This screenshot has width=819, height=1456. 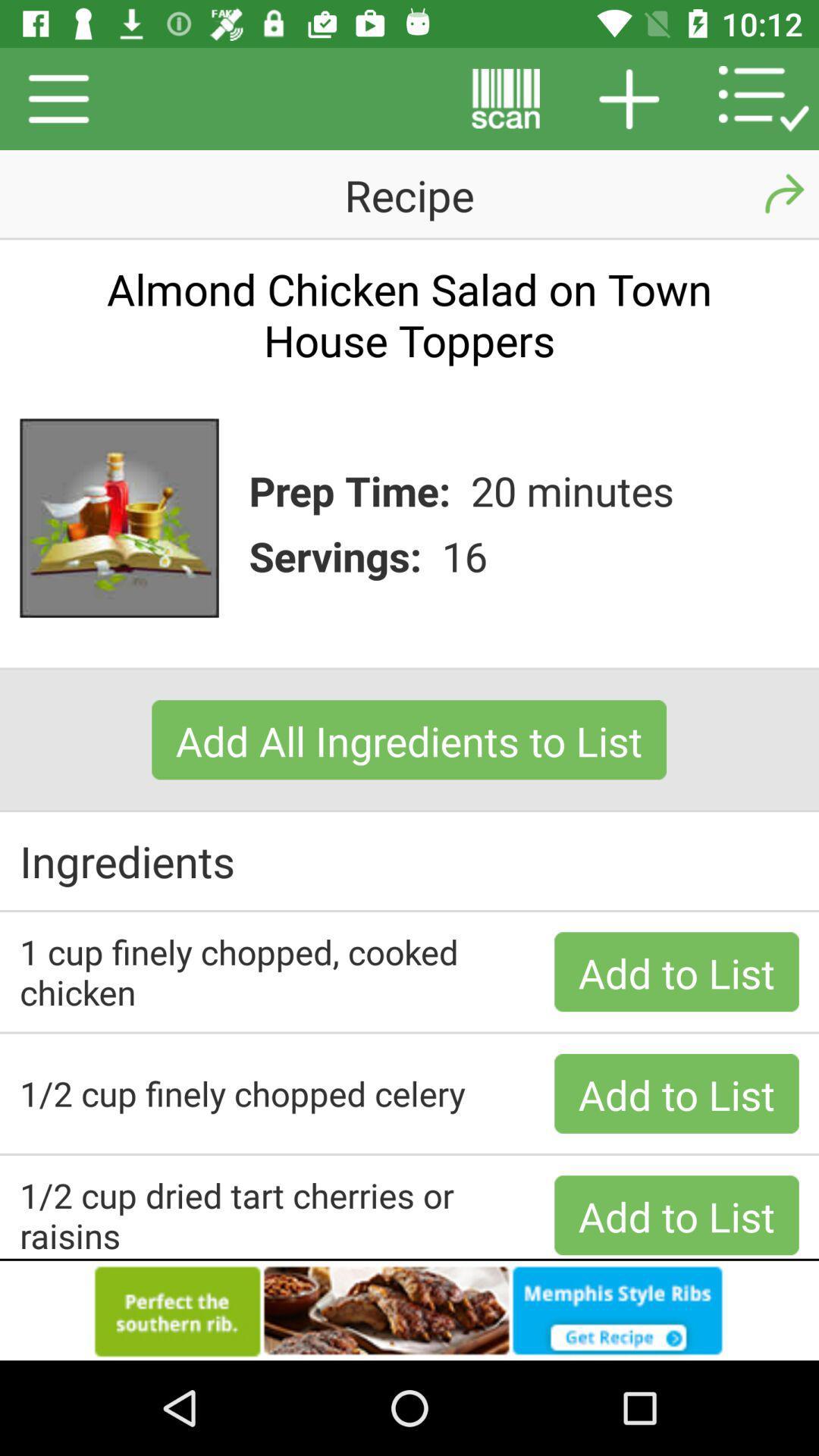 I want to click on the menu icon, so click(x=58, y=98).